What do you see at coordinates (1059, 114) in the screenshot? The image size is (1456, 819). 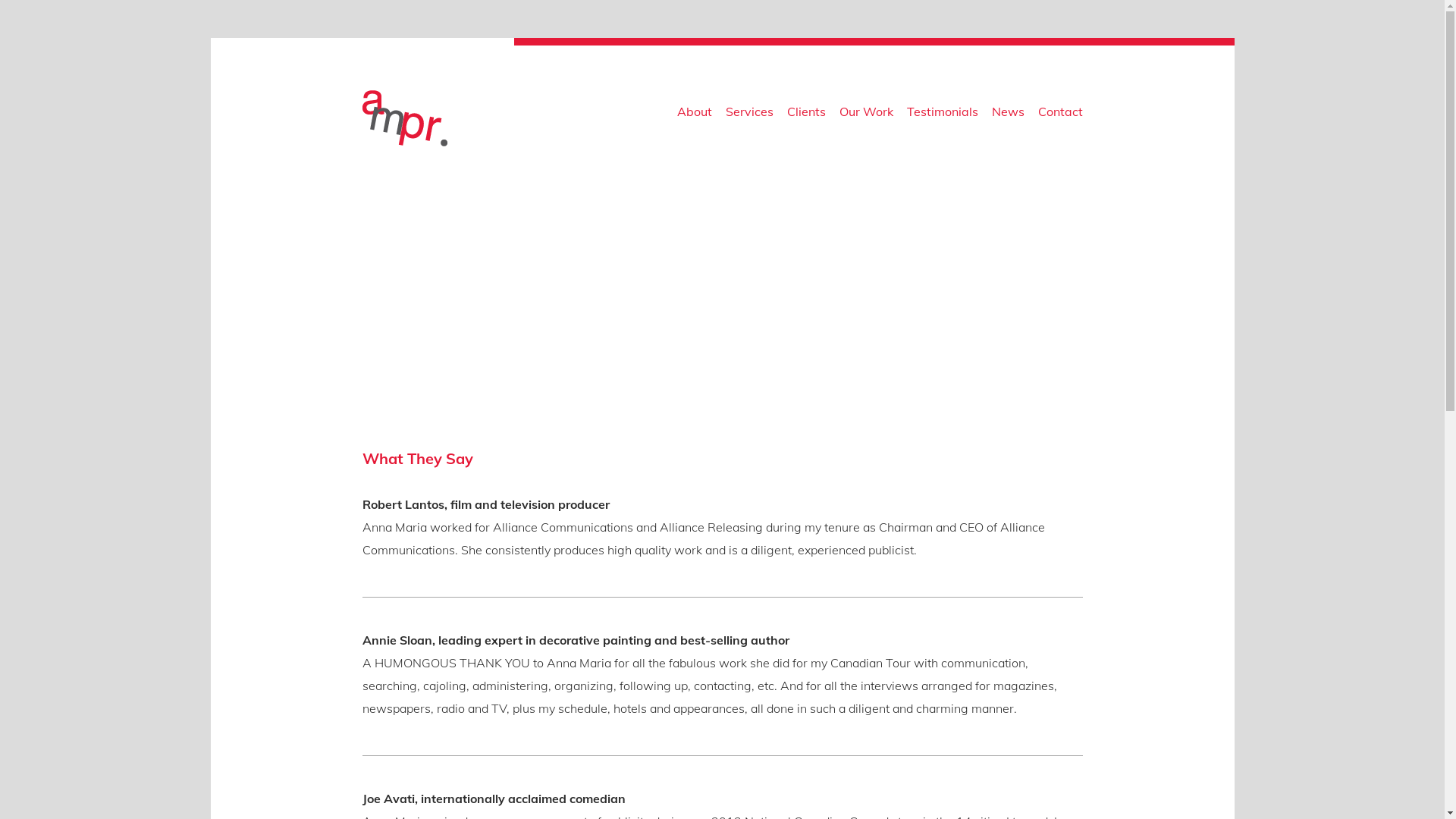 I see `'Contact'` at bounding box center [1059, 114].